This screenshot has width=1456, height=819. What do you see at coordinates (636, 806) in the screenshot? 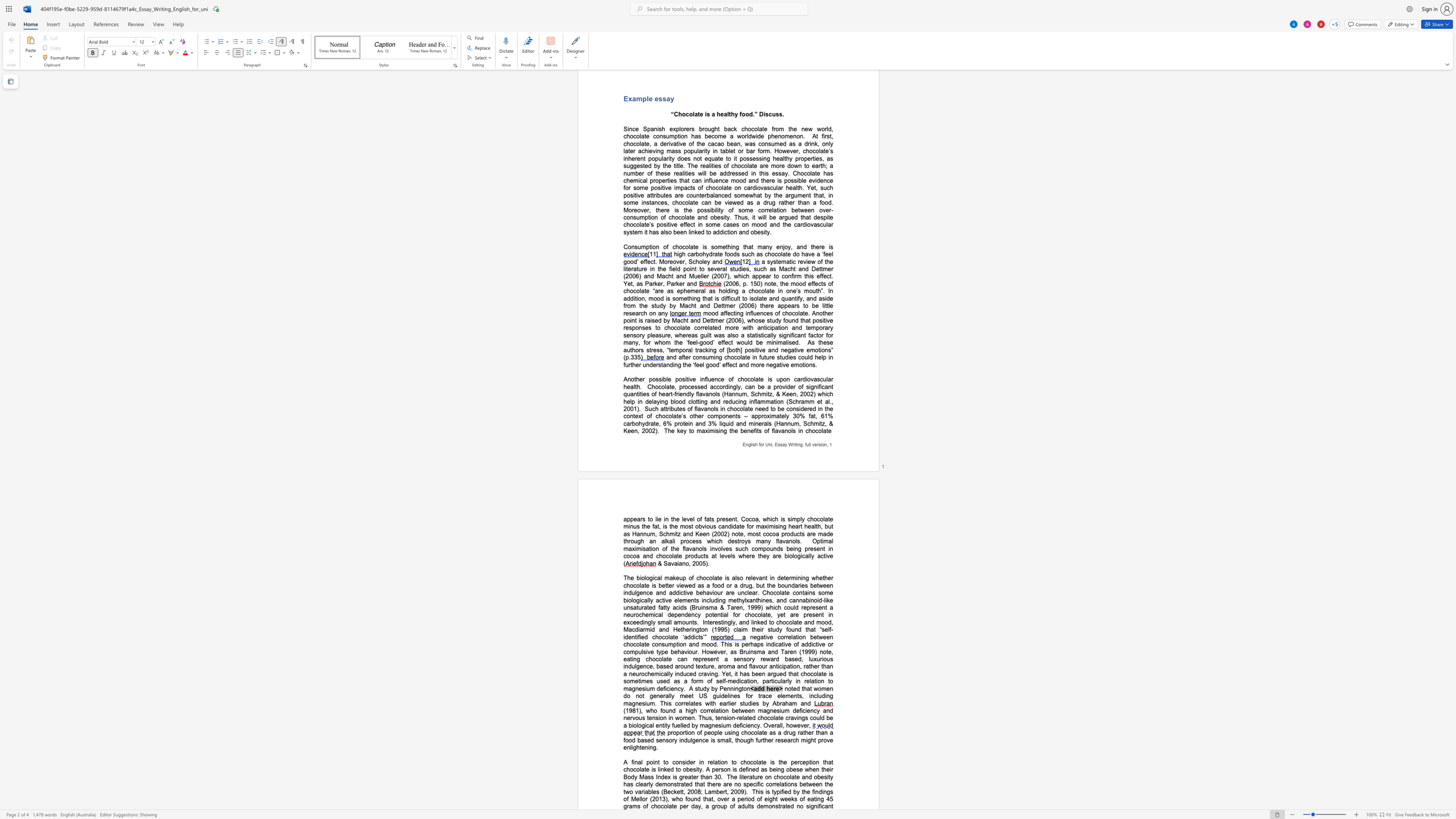
I see `the space between the continuous character "m" and "s" in the text` at bounding box center [636, 806].